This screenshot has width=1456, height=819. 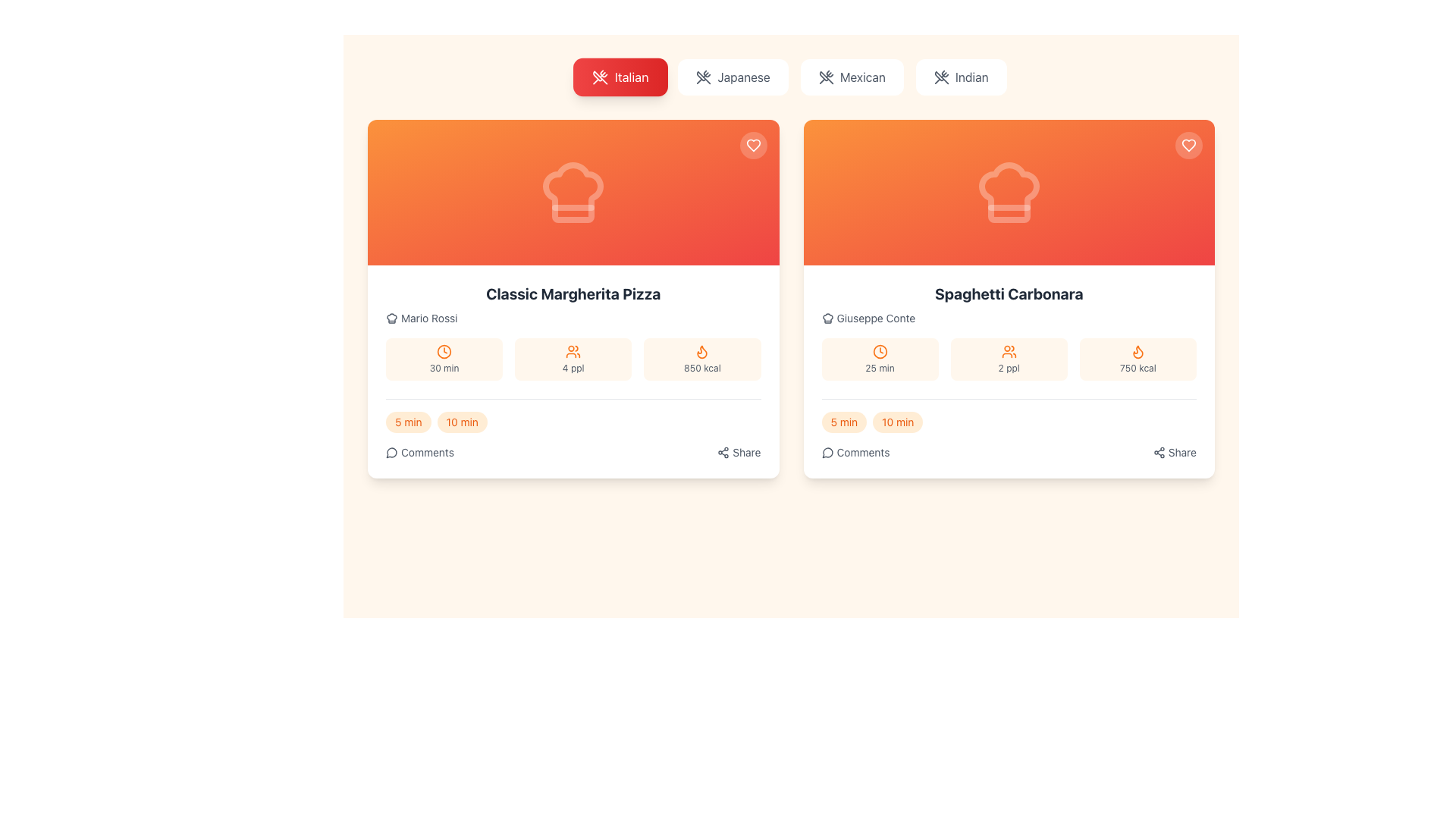 I want to click on the horizontal menu with interactive buttons located at the bottom of the 'Spaghetti Carbonara' card, so click(x=1009, y=452).